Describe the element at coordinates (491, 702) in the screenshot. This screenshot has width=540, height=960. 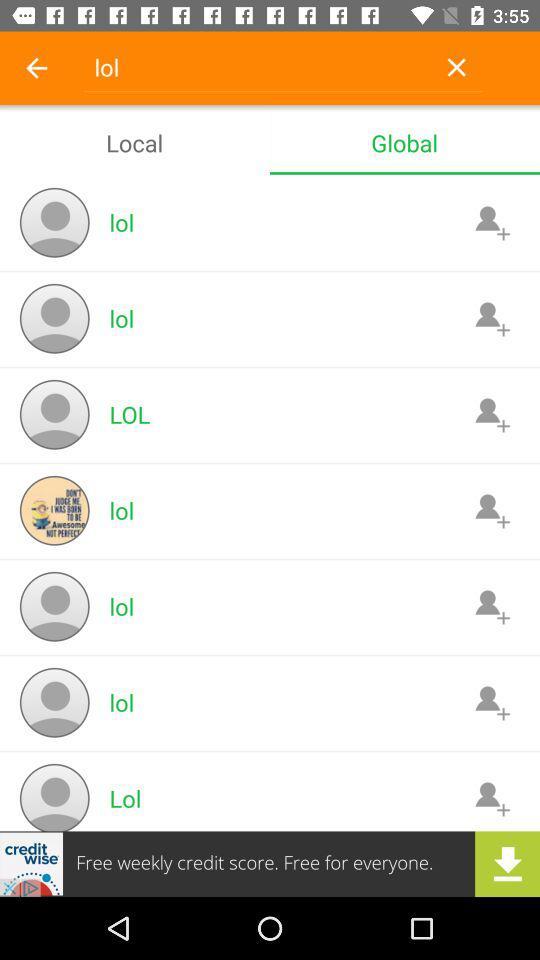
I see `contact` at that location.